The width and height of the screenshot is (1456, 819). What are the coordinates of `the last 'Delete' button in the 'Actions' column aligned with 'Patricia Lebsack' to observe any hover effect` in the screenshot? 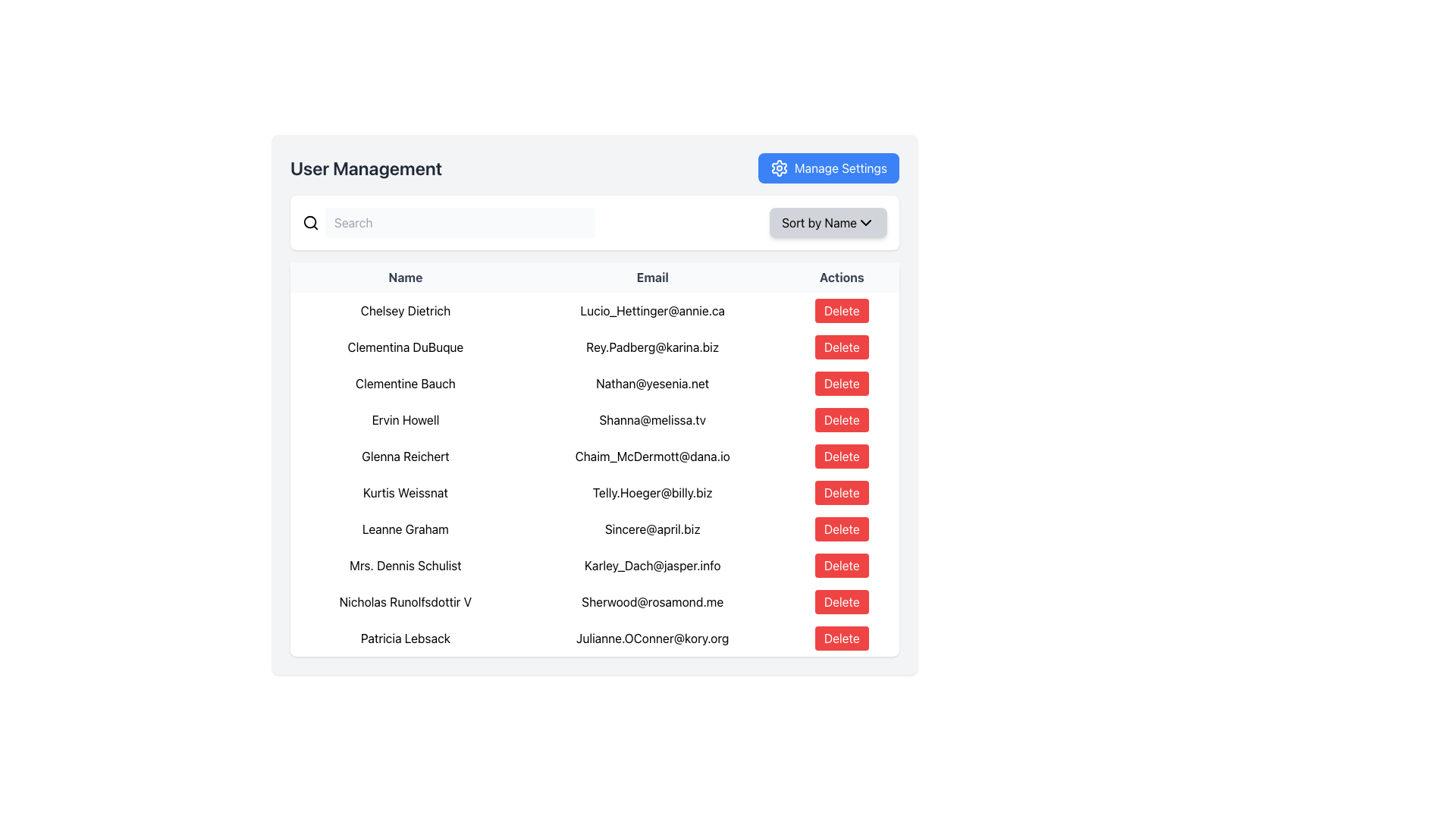 It's located at (841, 638).